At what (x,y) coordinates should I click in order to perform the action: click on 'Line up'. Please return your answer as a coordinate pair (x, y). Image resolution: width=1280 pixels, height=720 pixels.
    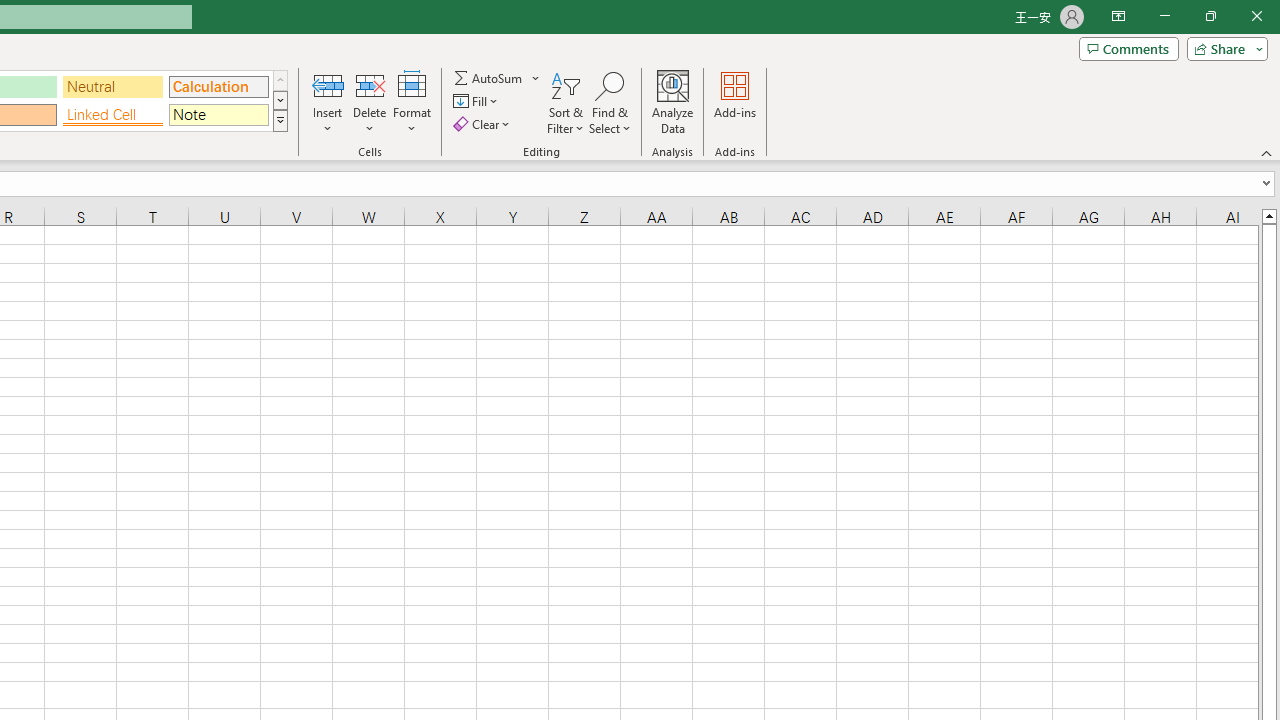
    Looking at the image, I should click on (1268, 215).